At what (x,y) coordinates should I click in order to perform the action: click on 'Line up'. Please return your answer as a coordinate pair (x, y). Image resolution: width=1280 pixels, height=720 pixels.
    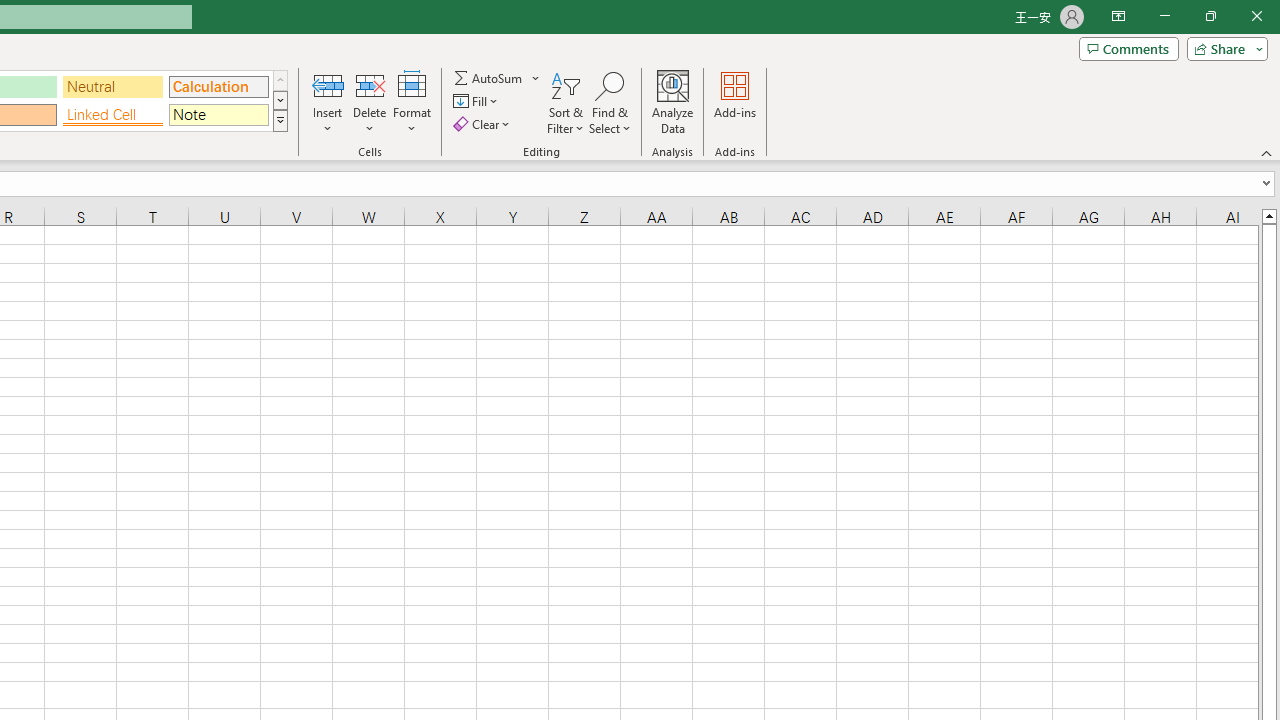
    Looking at the image, I should click on (1268, 215).